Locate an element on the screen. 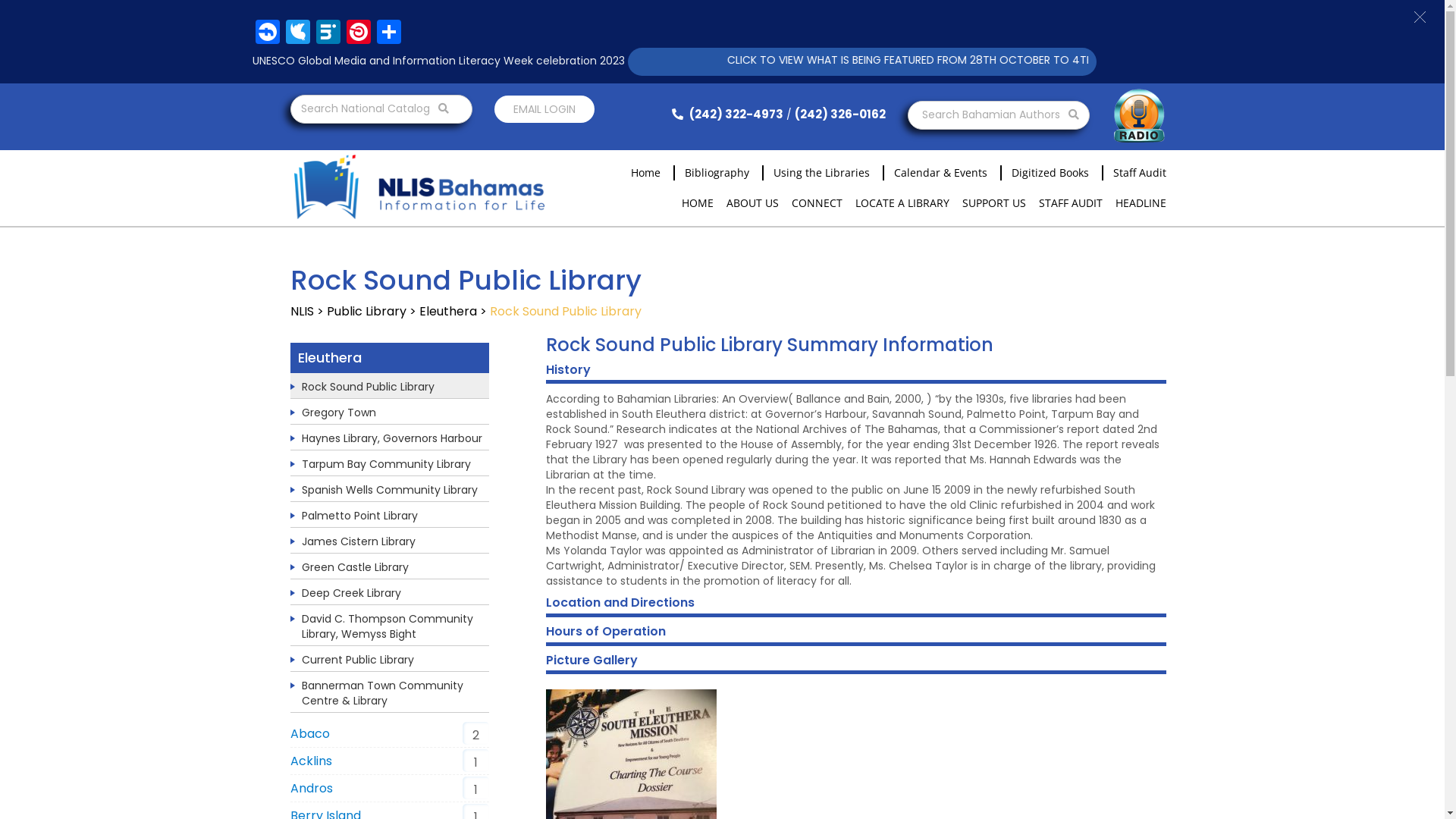  'Twitter' is located at coordinates (297, 33).